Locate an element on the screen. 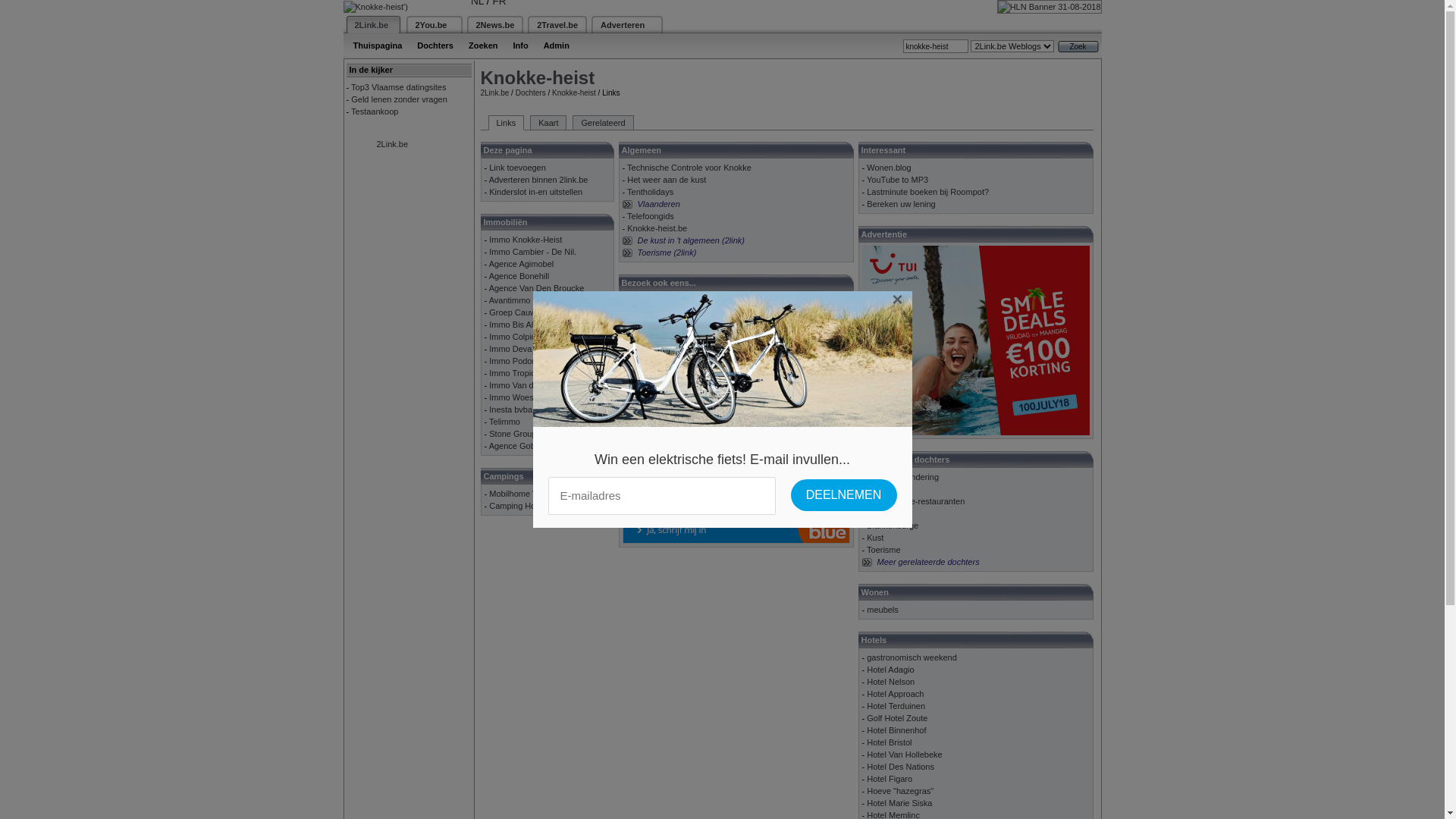 Image resolution: width=1456 pixels, height=819 pixels. '2Travel.be' is located at coordinates (556, 25).